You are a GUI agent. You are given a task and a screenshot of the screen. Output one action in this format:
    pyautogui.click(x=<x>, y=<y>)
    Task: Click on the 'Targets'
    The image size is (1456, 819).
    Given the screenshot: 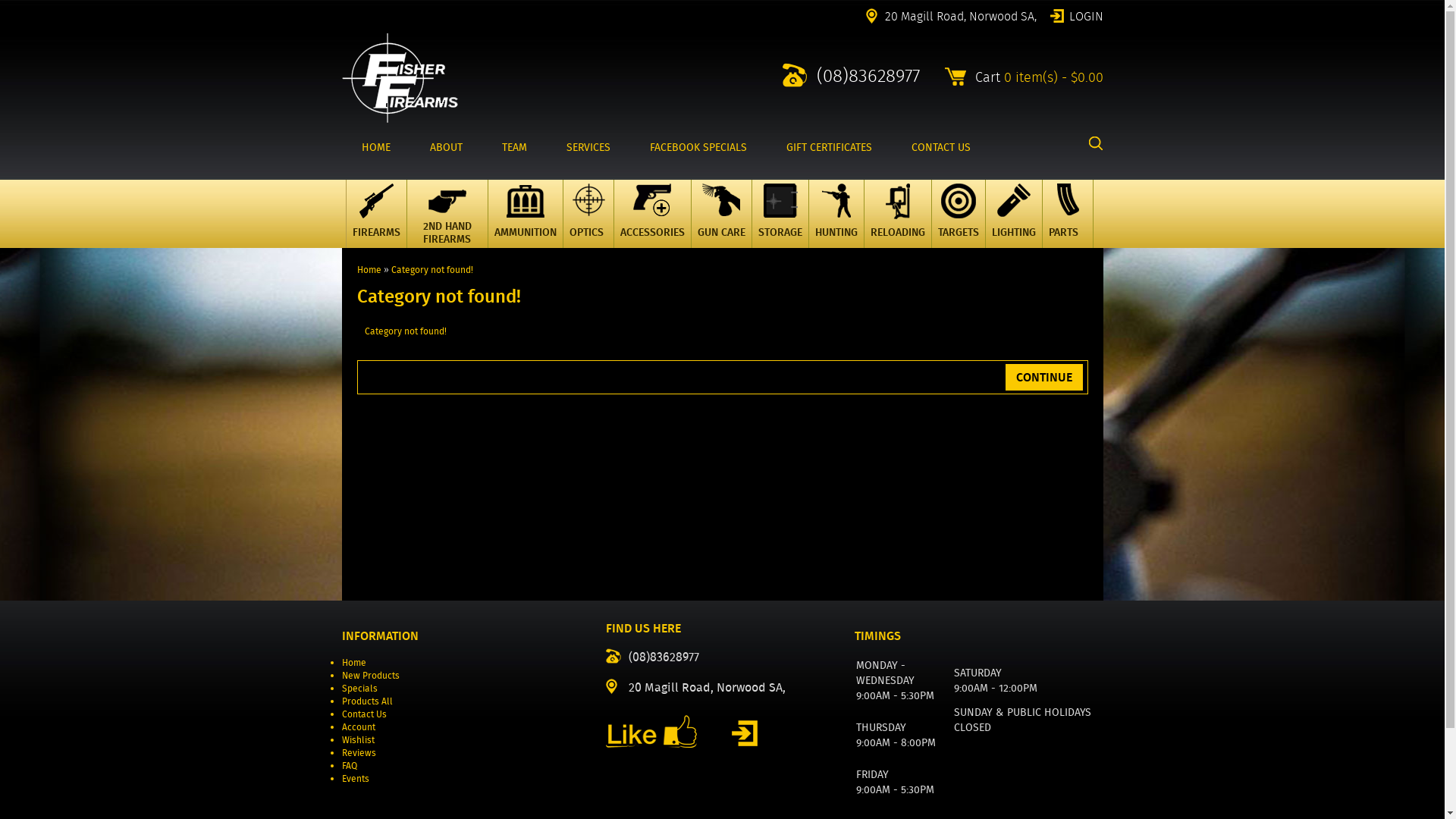 What is the action you would take?
    pyautogui.click(x=956, y=223)
    